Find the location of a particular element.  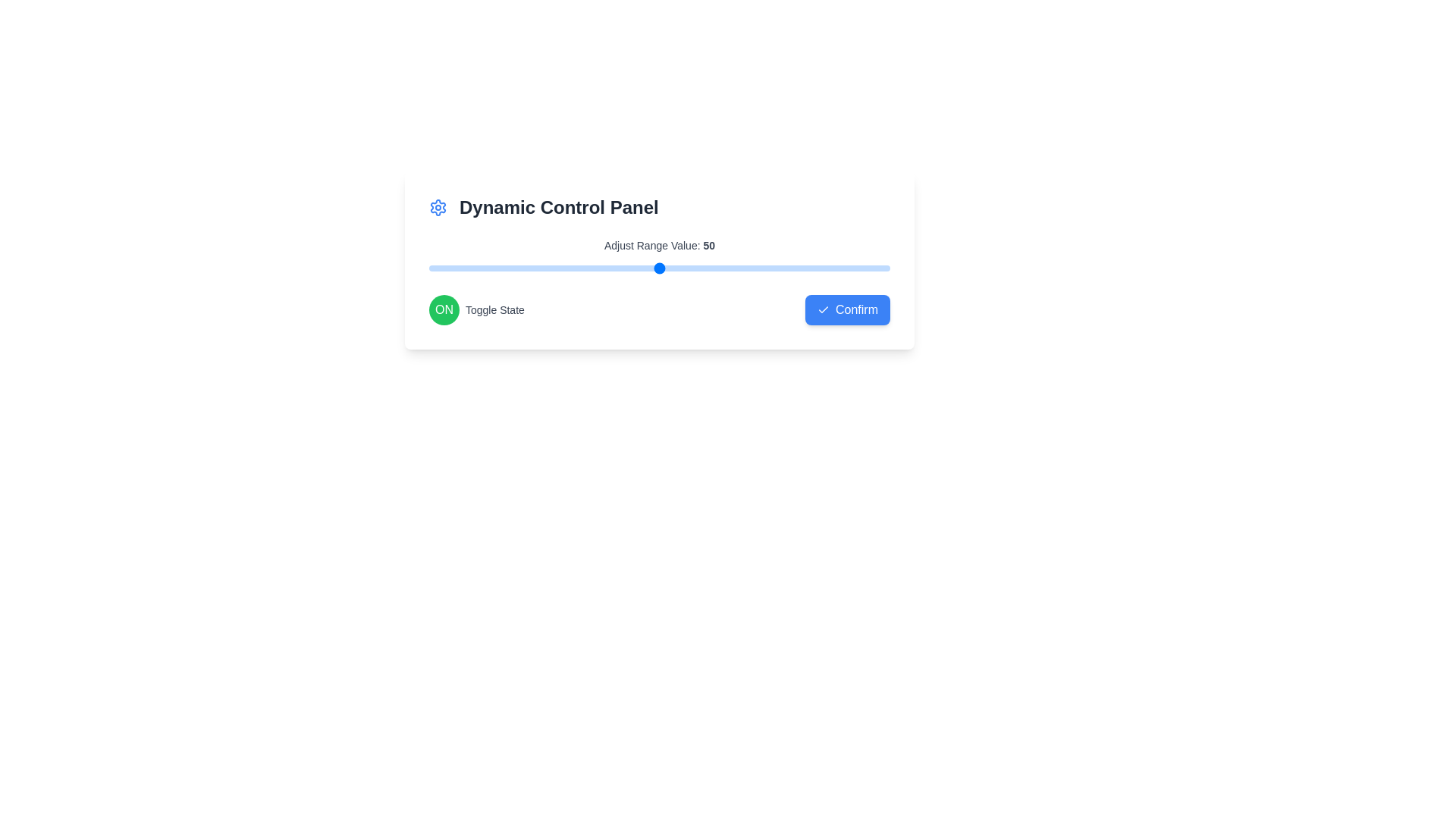

the slider value is located at coordinates (714, 268).